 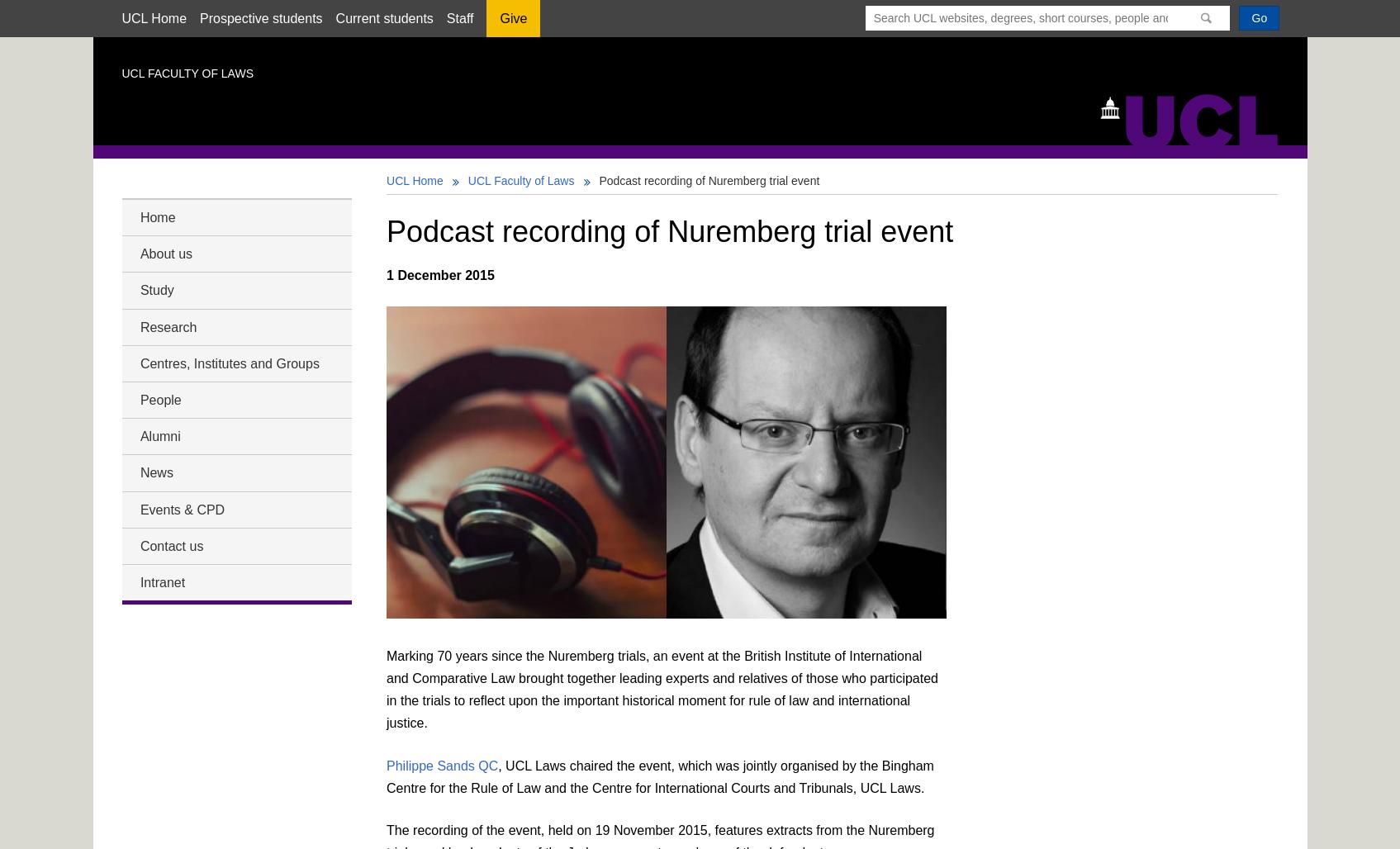 I want to click on 'Alumni', so click(x=159, y=436).